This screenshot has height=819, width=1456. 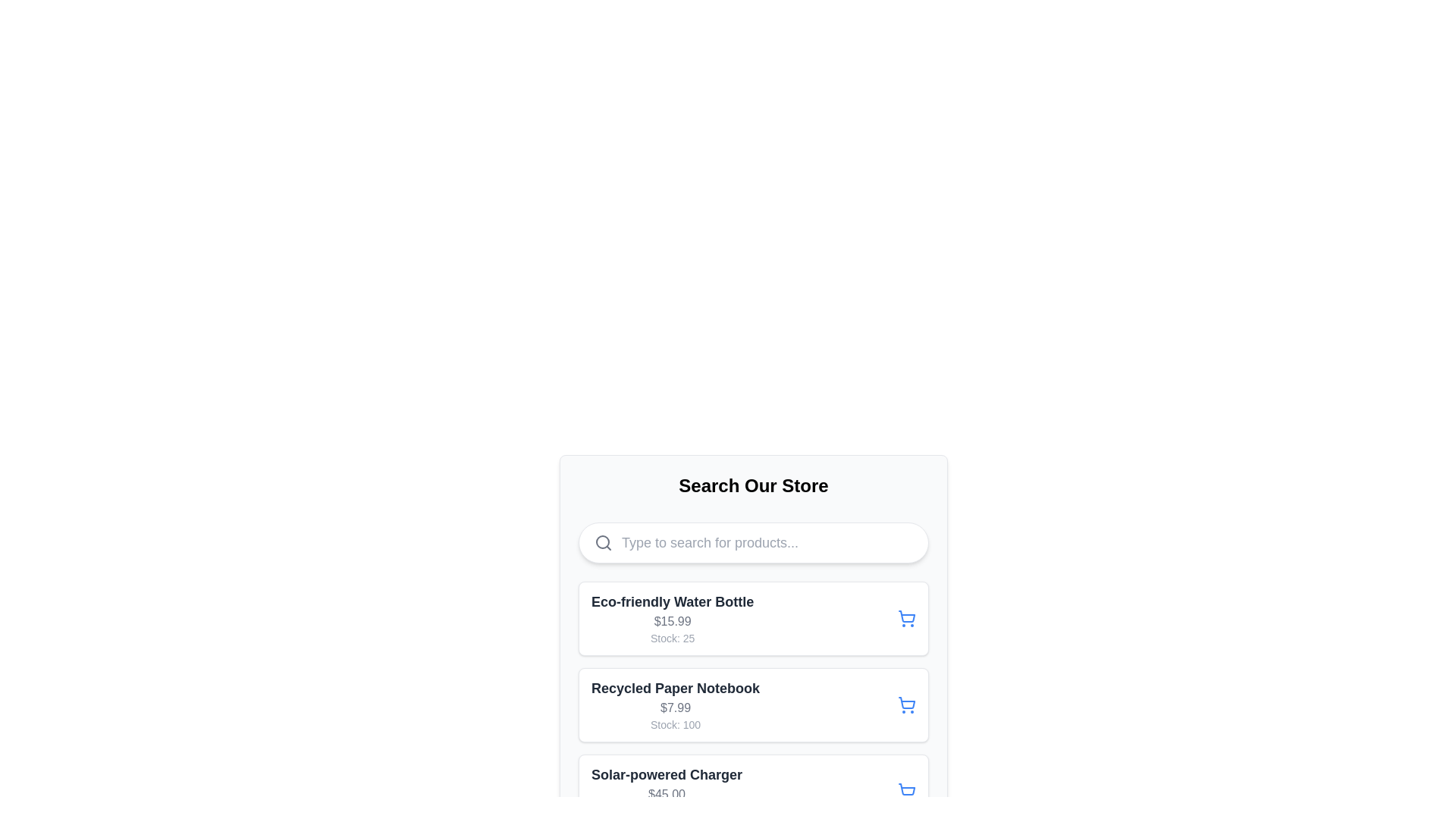 What do you see at coordinates (672, 638) in the screenshot?
I see `the text label displaying 'Stock: 25' located below the price of the 'Eco-friendly Water Bottle' product in the third row of the product description` at bounding box center [672, 638].